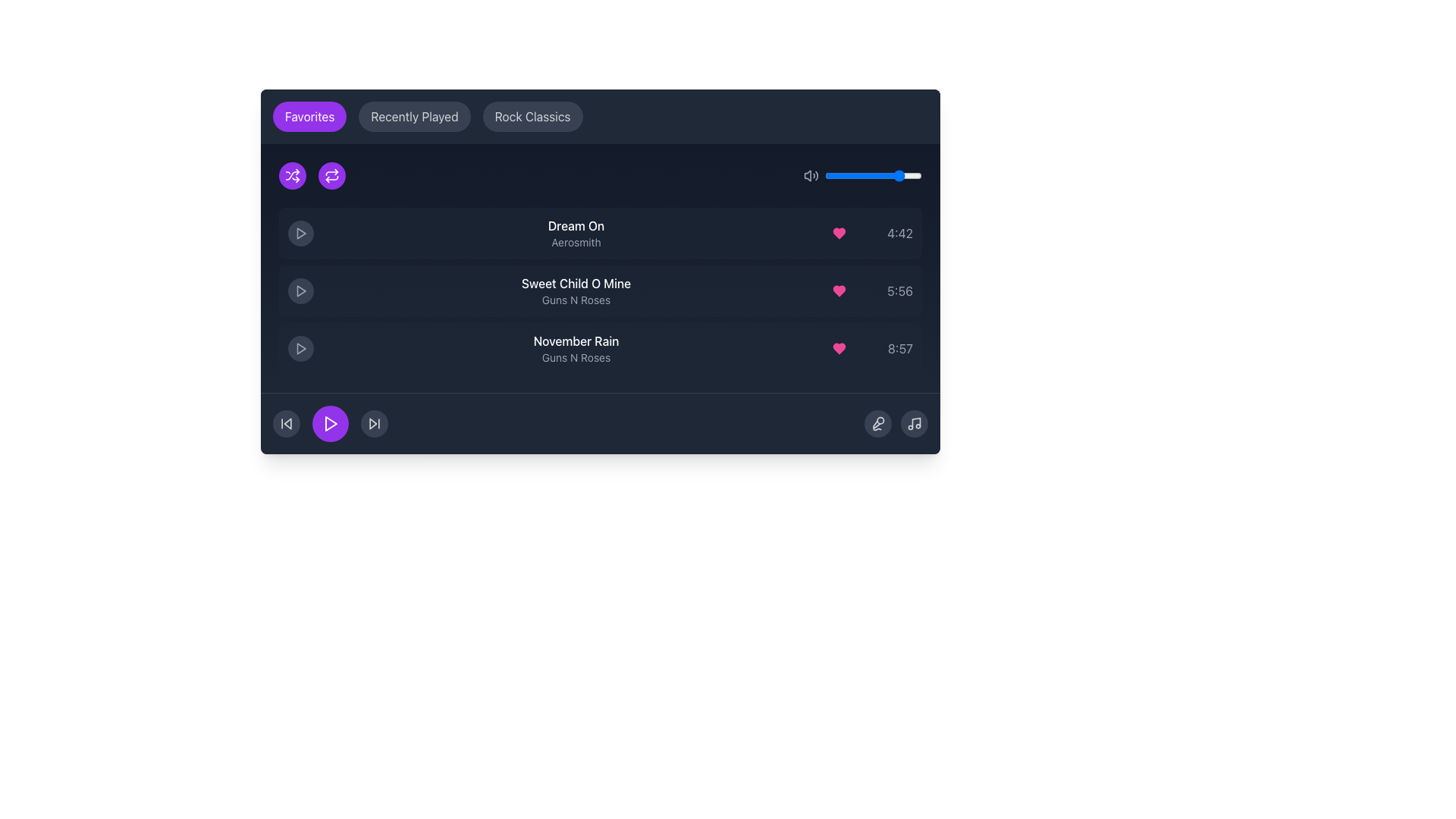 The image size is (1456, 819). I want to click on the circular gray 'Skip Back' button with two arrows to trigger the hover effect, so click(287, 424).